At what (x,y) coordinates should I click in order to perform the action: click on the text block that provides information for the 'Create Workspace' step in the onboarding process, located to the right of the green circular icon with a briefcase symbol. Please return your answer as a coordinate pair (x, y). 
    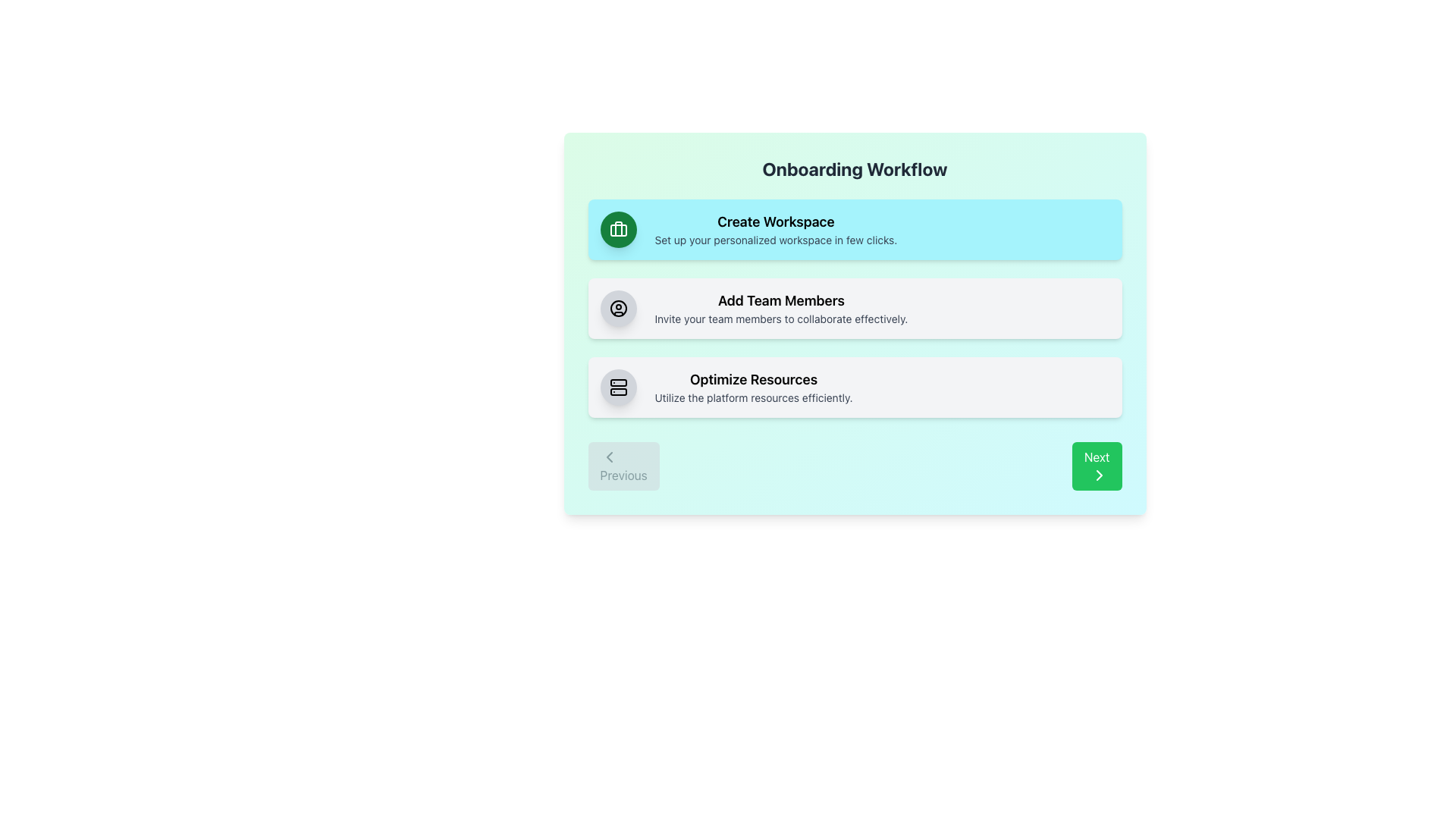
    Looking at the image, I should click on (776, 230).